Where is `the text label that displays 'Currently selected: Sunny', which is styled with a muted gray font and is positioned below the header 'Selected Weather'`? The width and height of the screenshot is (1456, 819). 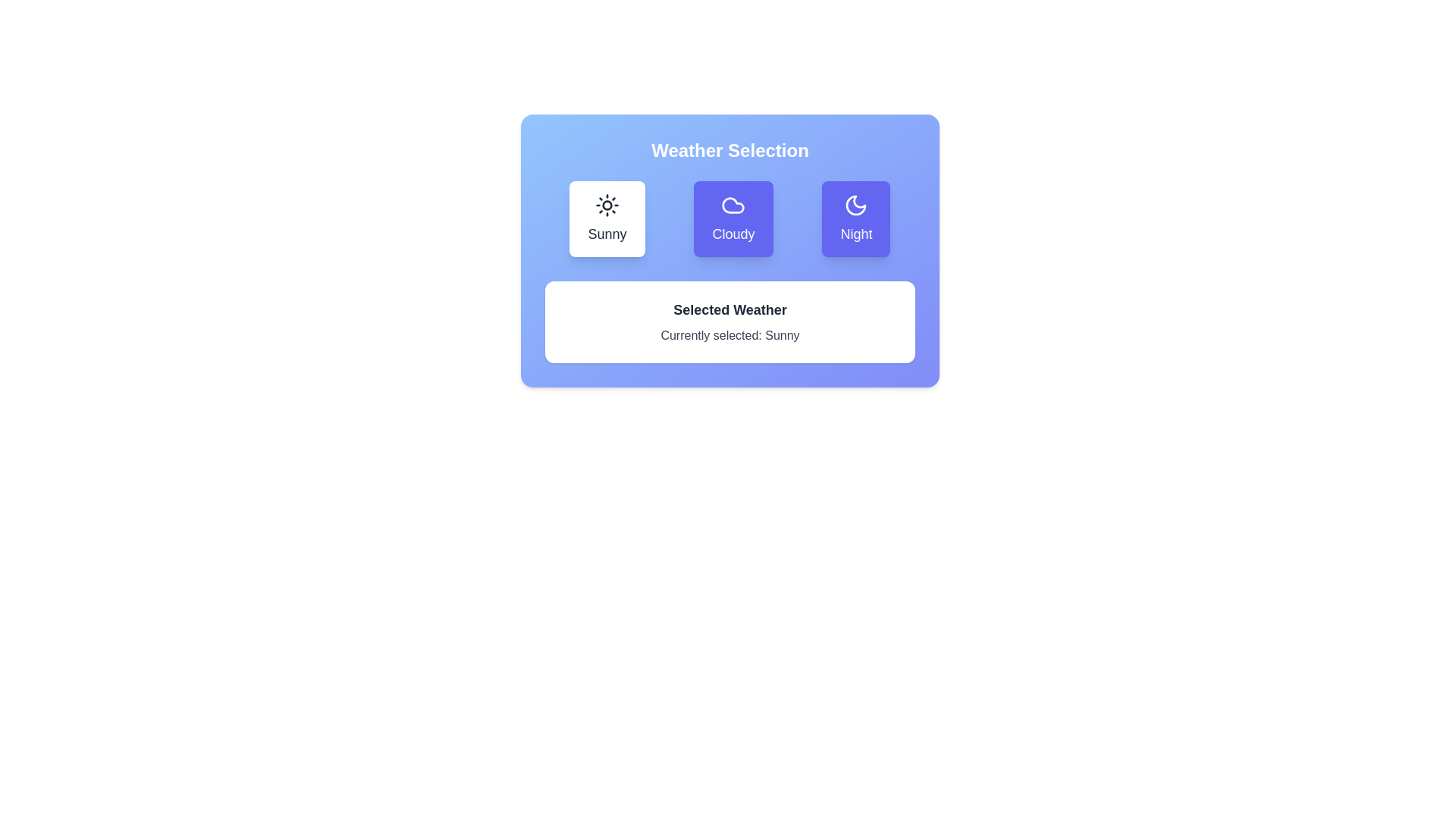
the text label that displays 'Currently selected: Sunny', which is styled with a muted gray font and is positioned below the header 'Selected Weather' is located at coordinates (730, 335).